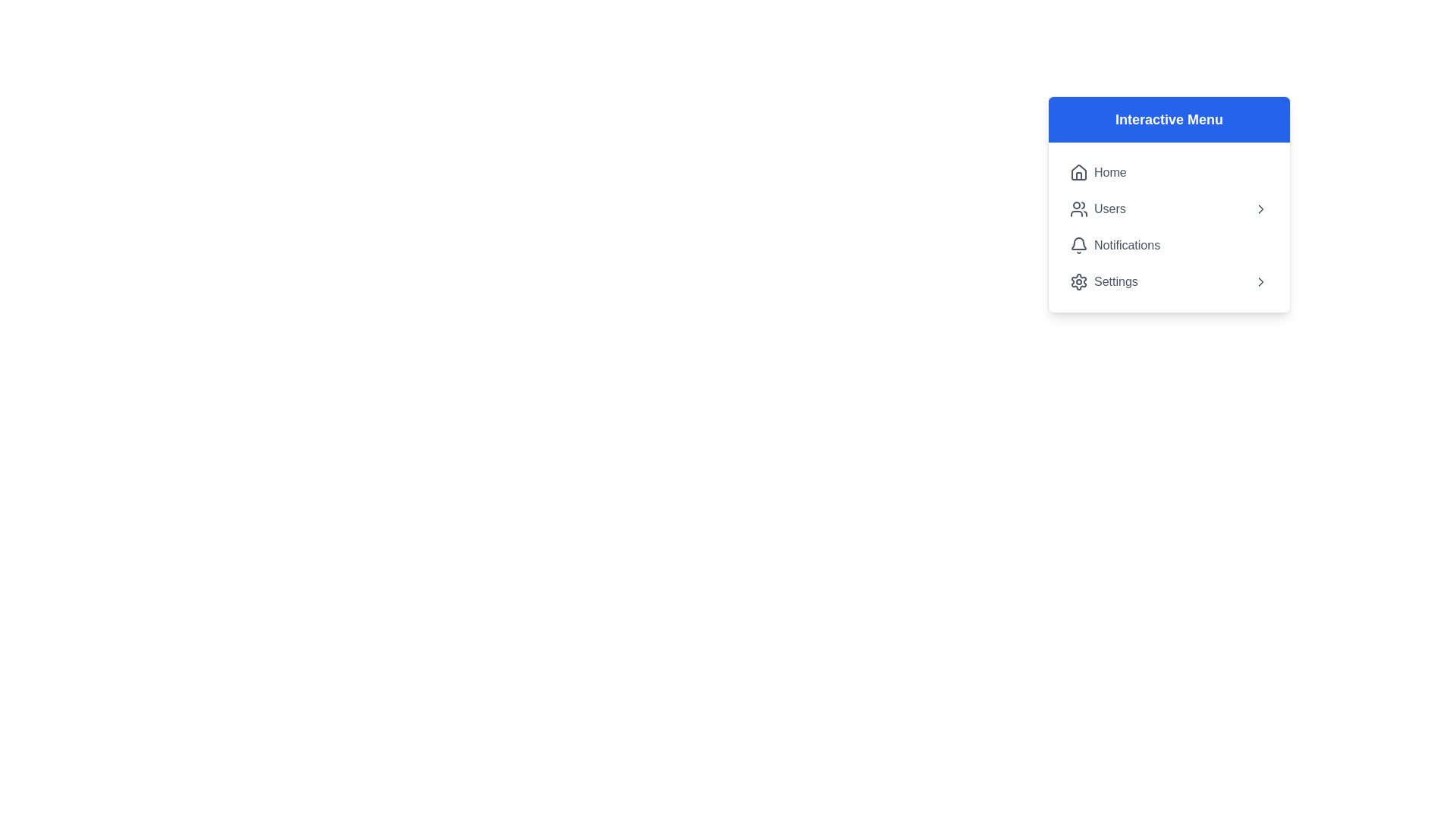 Image resolution: width=1456 pixels, height=819 pixels. What do you see at coordinates (1078, 171) in the screenshot?
I see `the 'Home' menu icon located in the vertical menu to the left of the 'Home' label for interaction` at bounding box center [1078, 171].